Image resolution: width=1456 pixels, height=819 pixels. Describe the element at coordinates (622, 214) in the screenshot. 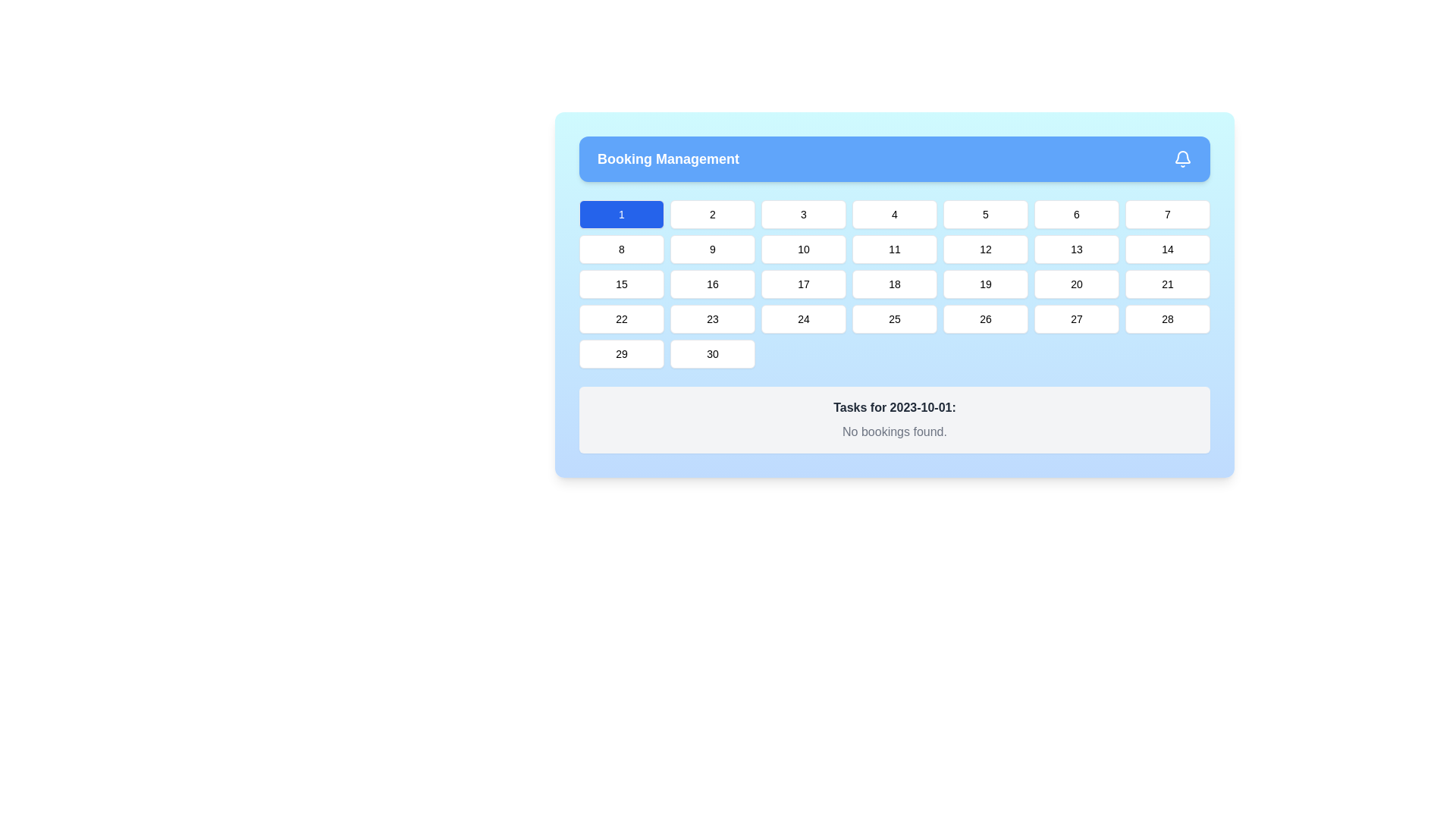

I see `the blue rectangular button labeled '1' with rounded corners` at that location.